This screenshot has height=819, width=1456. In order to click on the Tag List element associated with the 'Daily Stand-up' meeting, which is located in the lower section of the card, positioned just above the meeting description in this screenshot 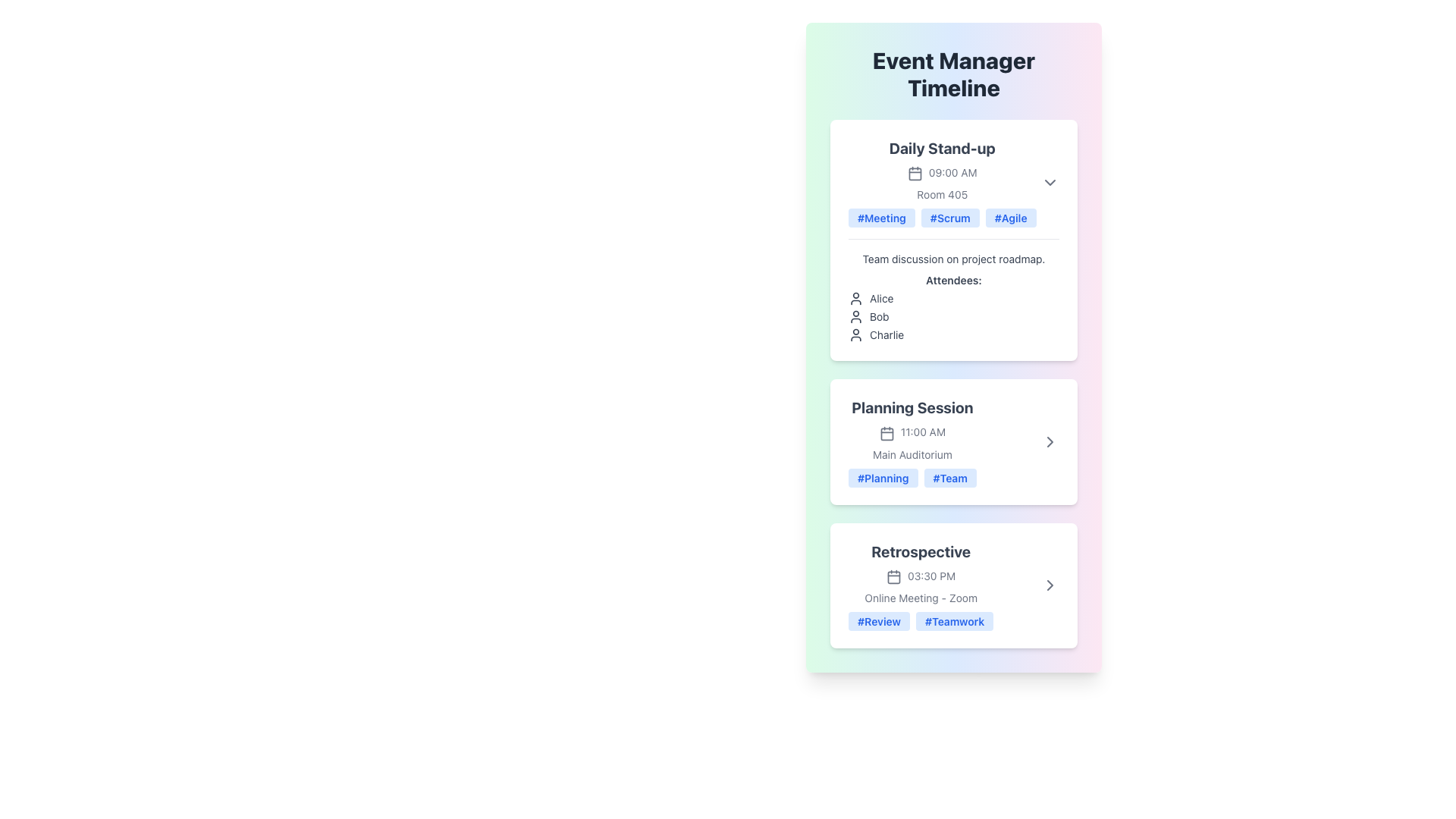, I will do `click(941, 218)`.